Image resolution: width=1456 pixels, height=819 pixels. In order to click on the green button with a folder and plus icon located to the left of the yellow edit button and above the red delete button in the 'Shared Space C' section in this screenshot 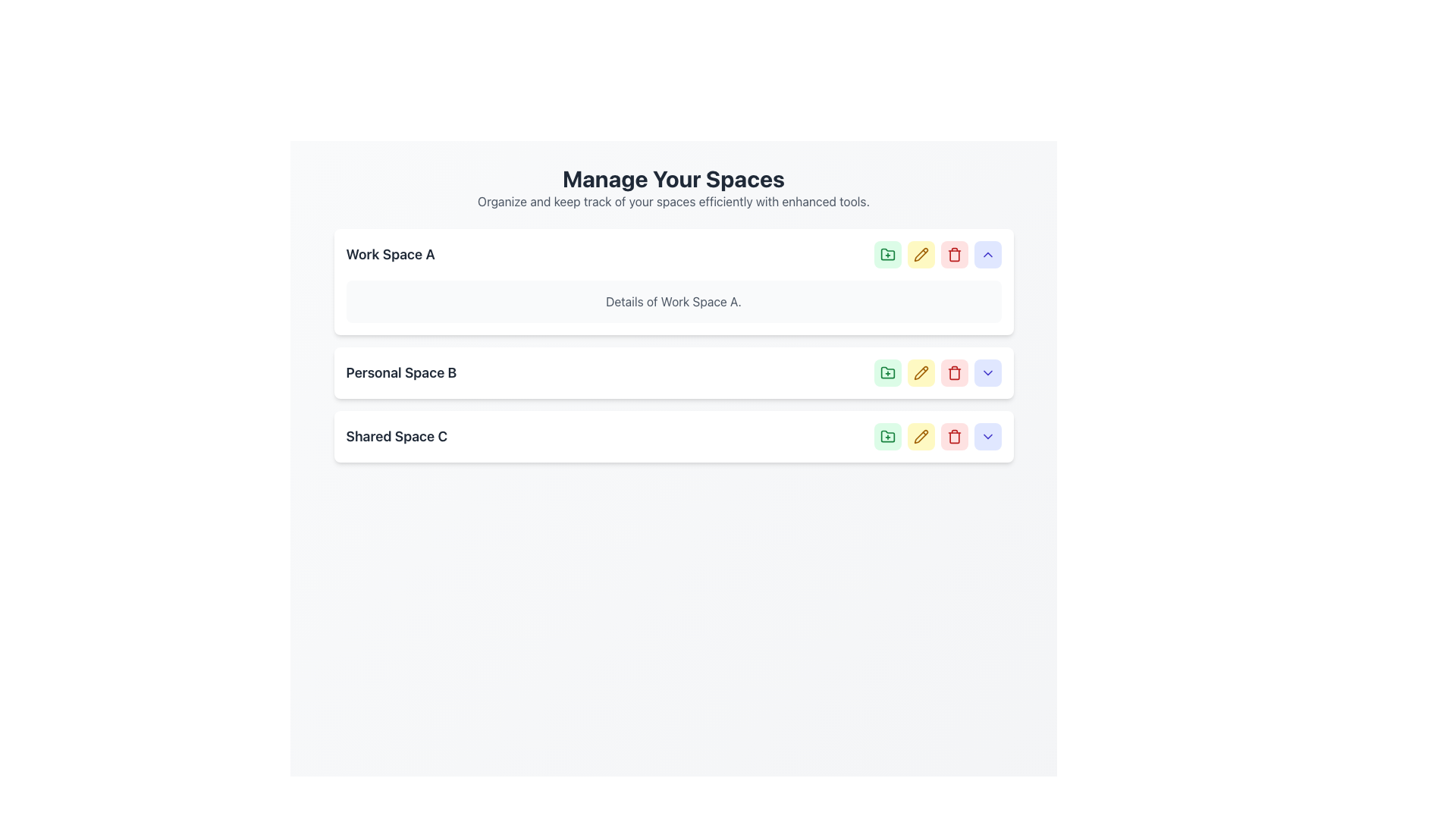, I will do `click(887, 436)`.